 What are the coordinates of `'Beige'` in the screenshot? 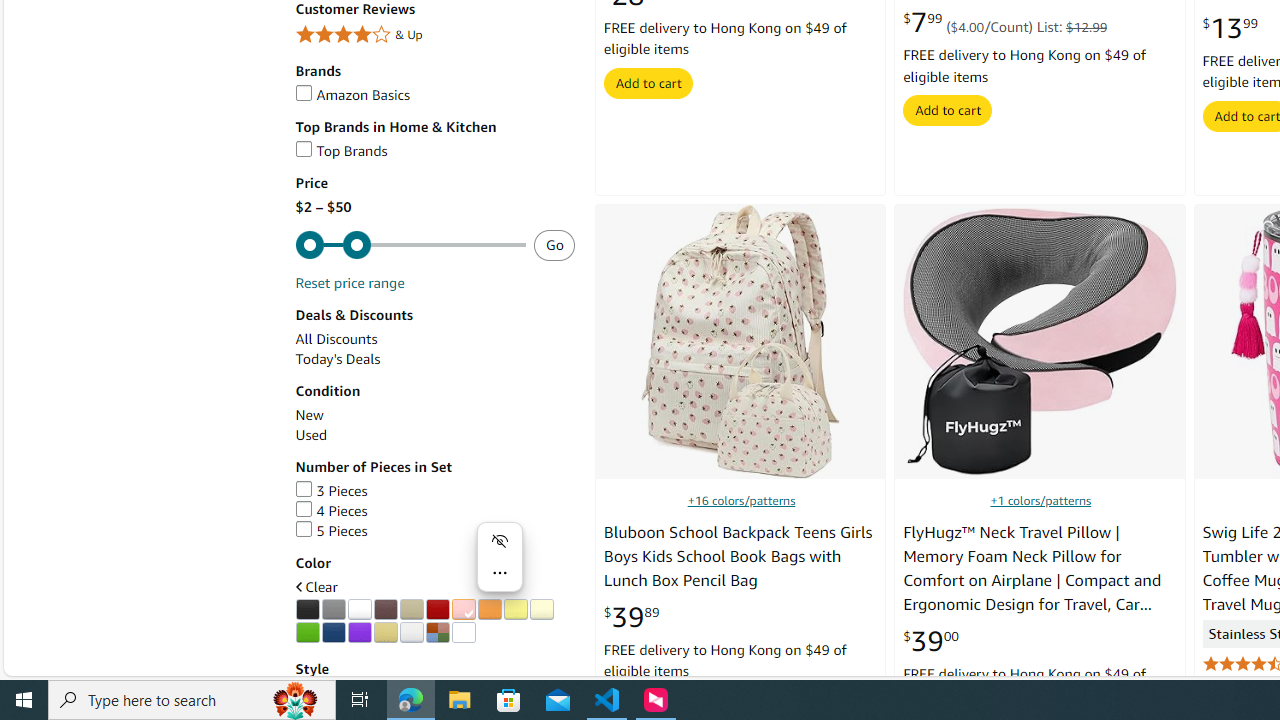 It's located at (410, 608).